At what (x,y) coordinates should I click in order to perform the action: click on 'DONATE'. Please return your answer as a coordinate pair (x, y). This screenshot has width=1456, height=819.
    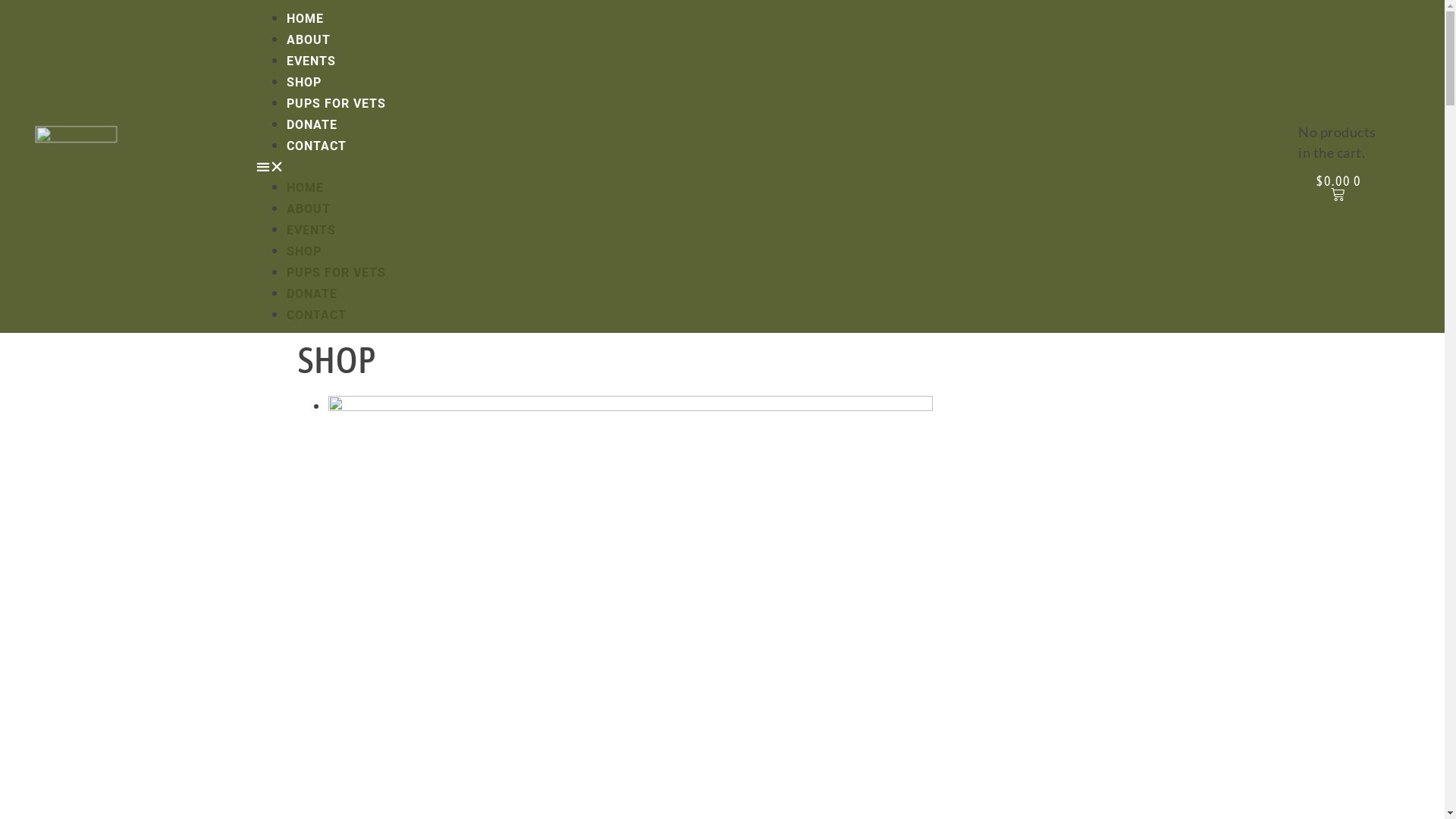
    Looking at the image, I should click on (287, 124).